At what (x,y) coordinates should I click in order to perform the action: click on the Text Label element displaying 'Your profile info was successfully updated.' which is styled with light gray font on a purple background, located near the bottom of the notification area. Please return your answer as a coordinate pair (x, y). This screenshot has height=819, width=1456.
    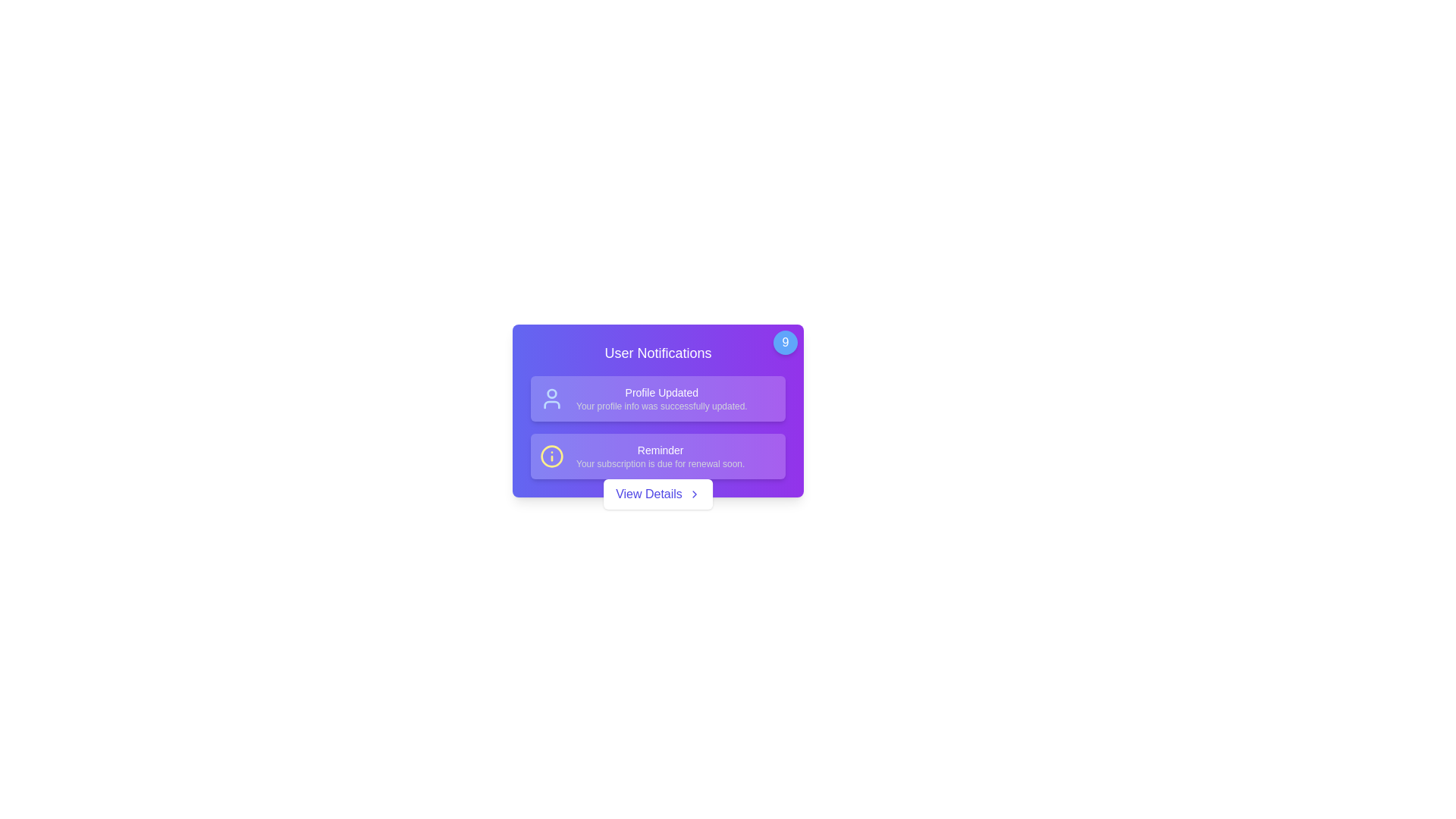
    Looking at the image, I should click on (661, 406).